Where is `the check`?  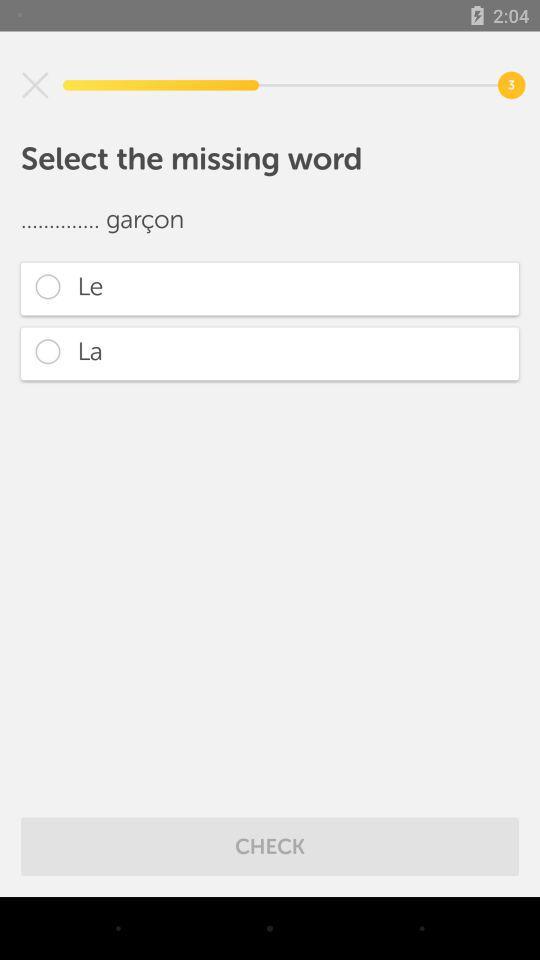
the check is located at coordinates (270, 845).